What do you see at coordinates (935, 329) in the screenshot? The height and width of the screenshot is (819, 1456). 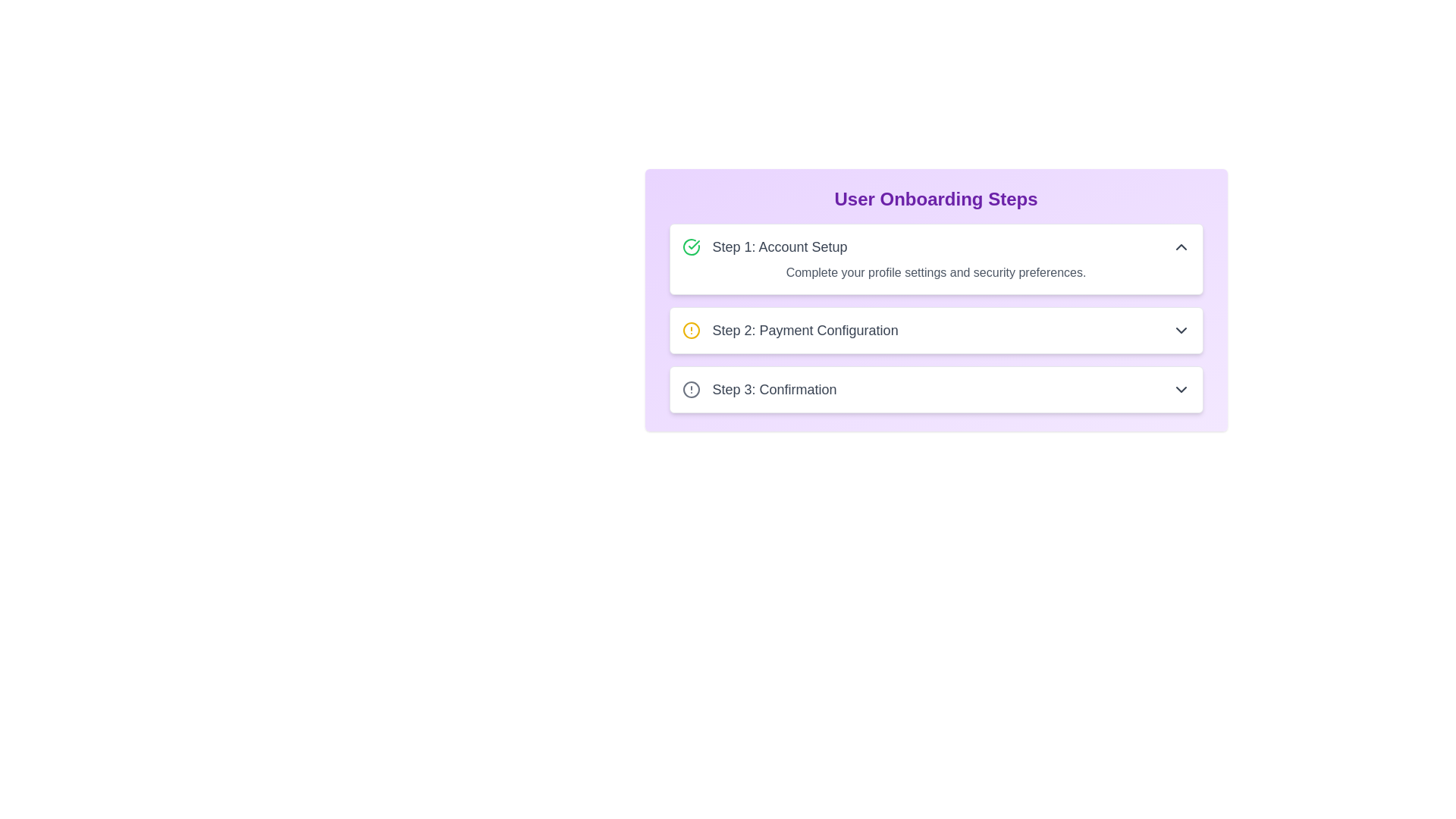 I see `the Interactive step panel displaying 'Step 2: Payment Configuration'` at bounding box center [935, 329].